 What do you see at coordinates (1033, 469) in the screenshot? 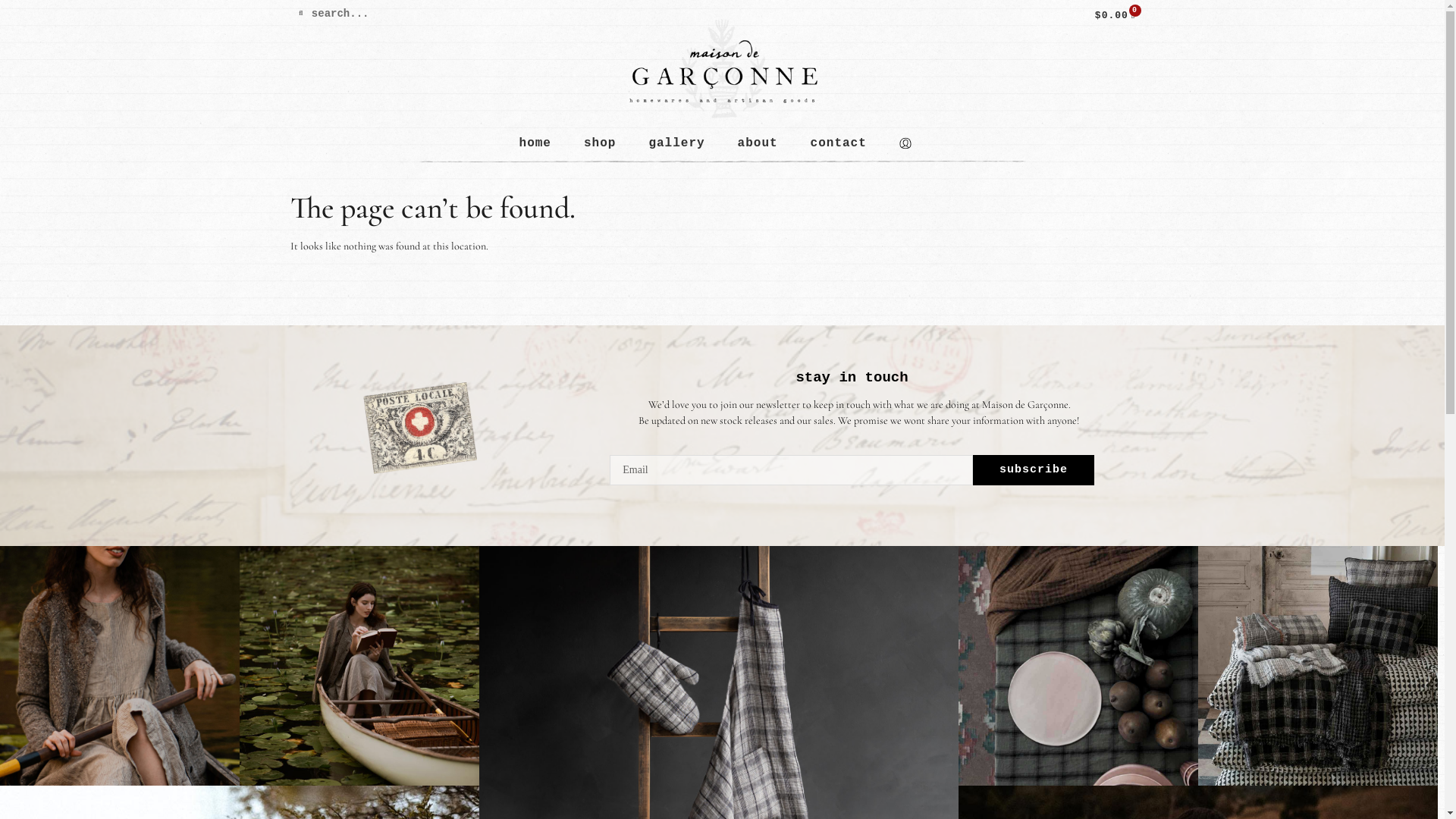
I see `'subscribe'` at bounding box center [1033, 469].